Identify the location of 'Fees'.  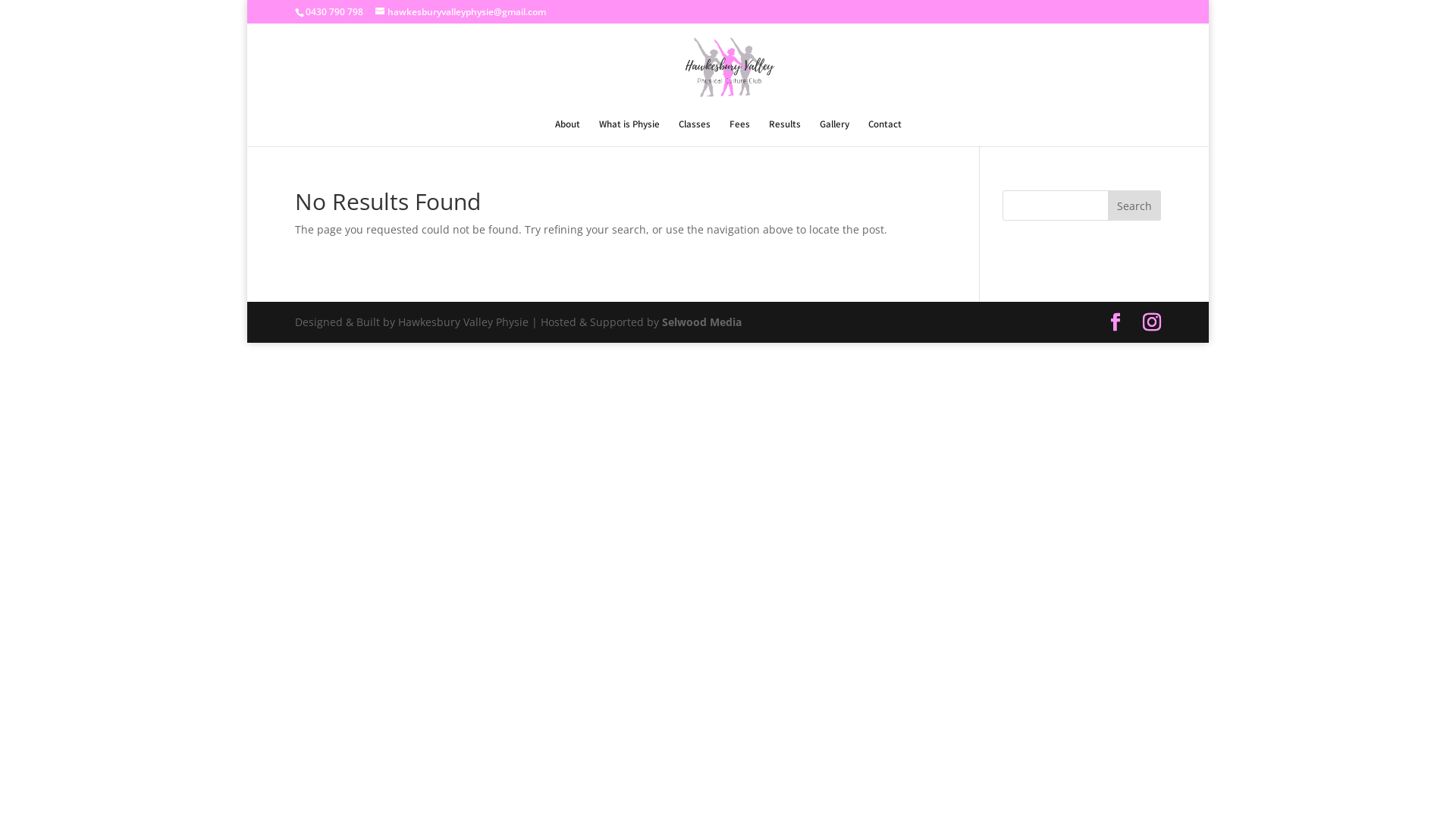
(739, 131).